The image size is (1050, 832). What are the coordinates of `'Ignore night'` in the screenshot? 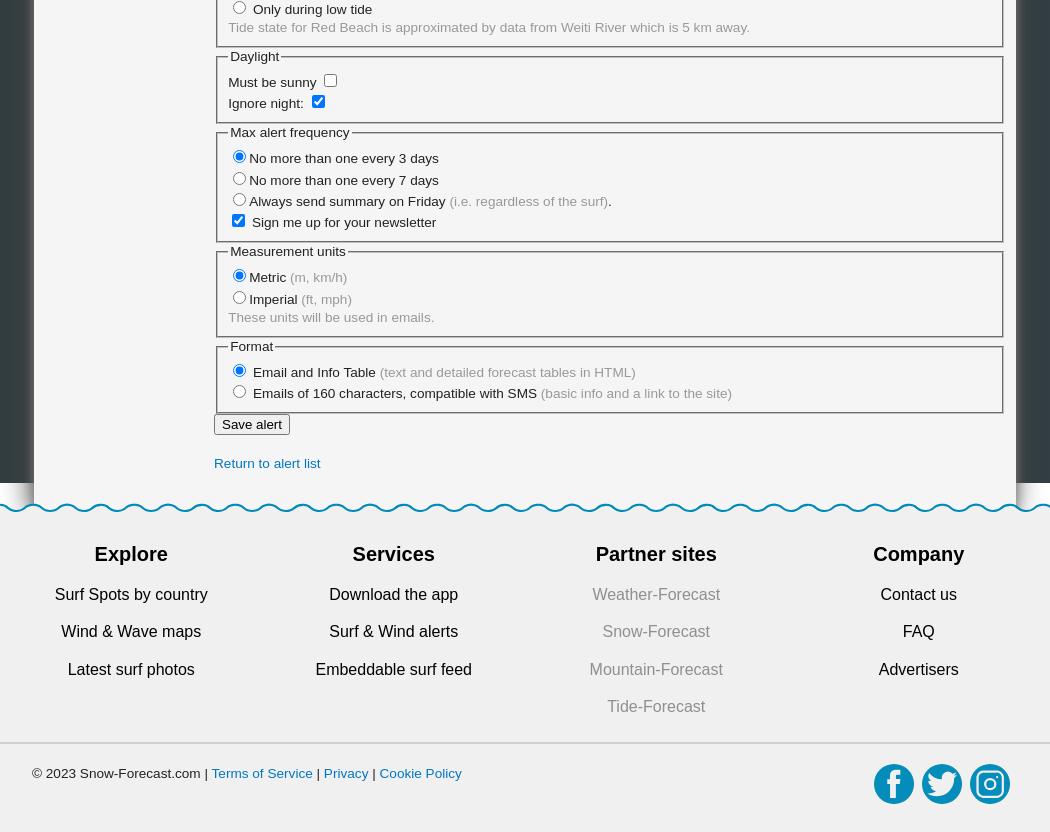 It's located at (262, 102).